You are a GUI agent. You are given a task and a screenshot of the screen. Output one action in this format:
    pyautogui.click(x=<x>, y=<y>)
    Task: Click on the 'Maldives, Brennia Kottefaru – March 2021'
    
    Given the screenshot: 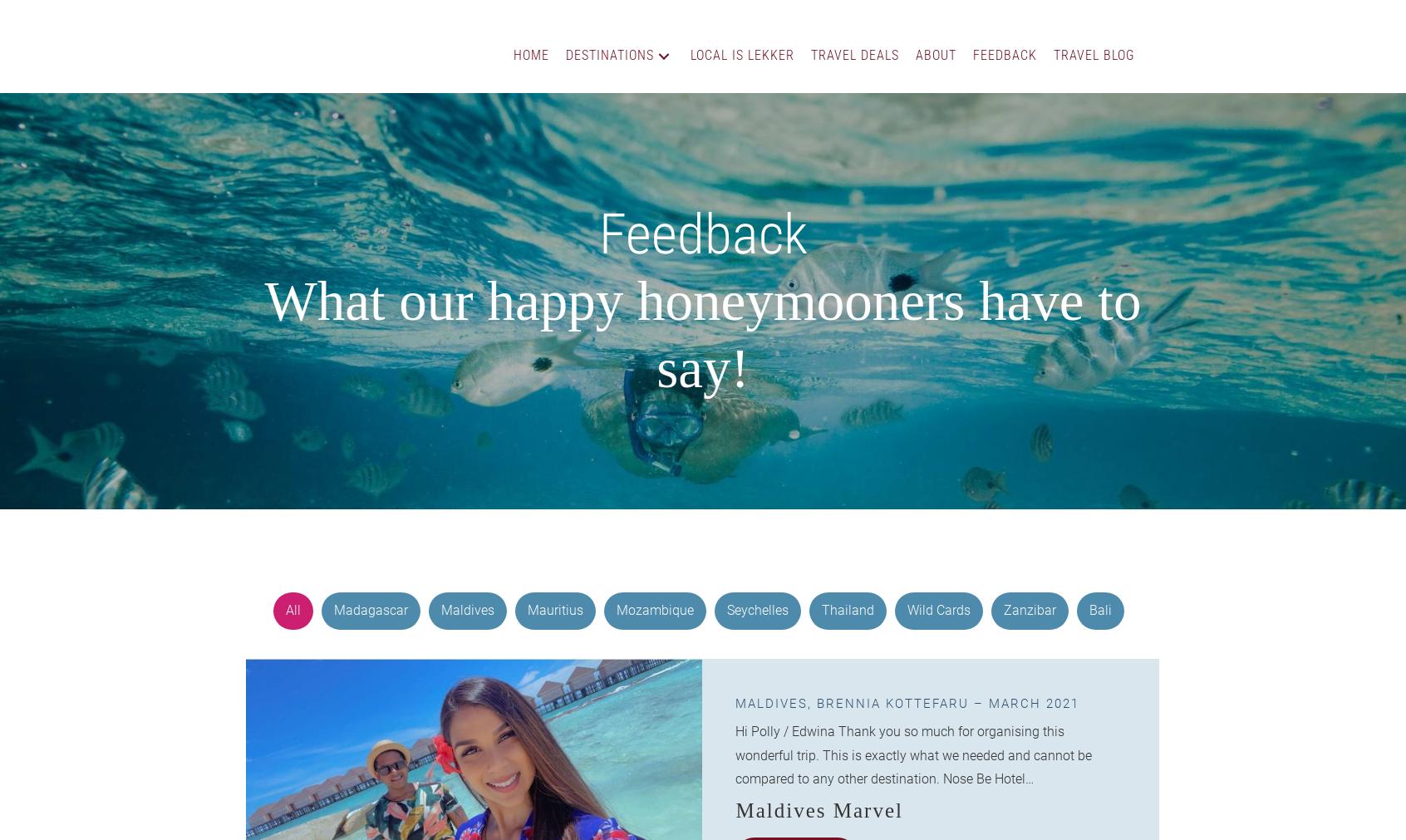 What is the action you would take?
    pyautogui.click(x=907, y=703)
    